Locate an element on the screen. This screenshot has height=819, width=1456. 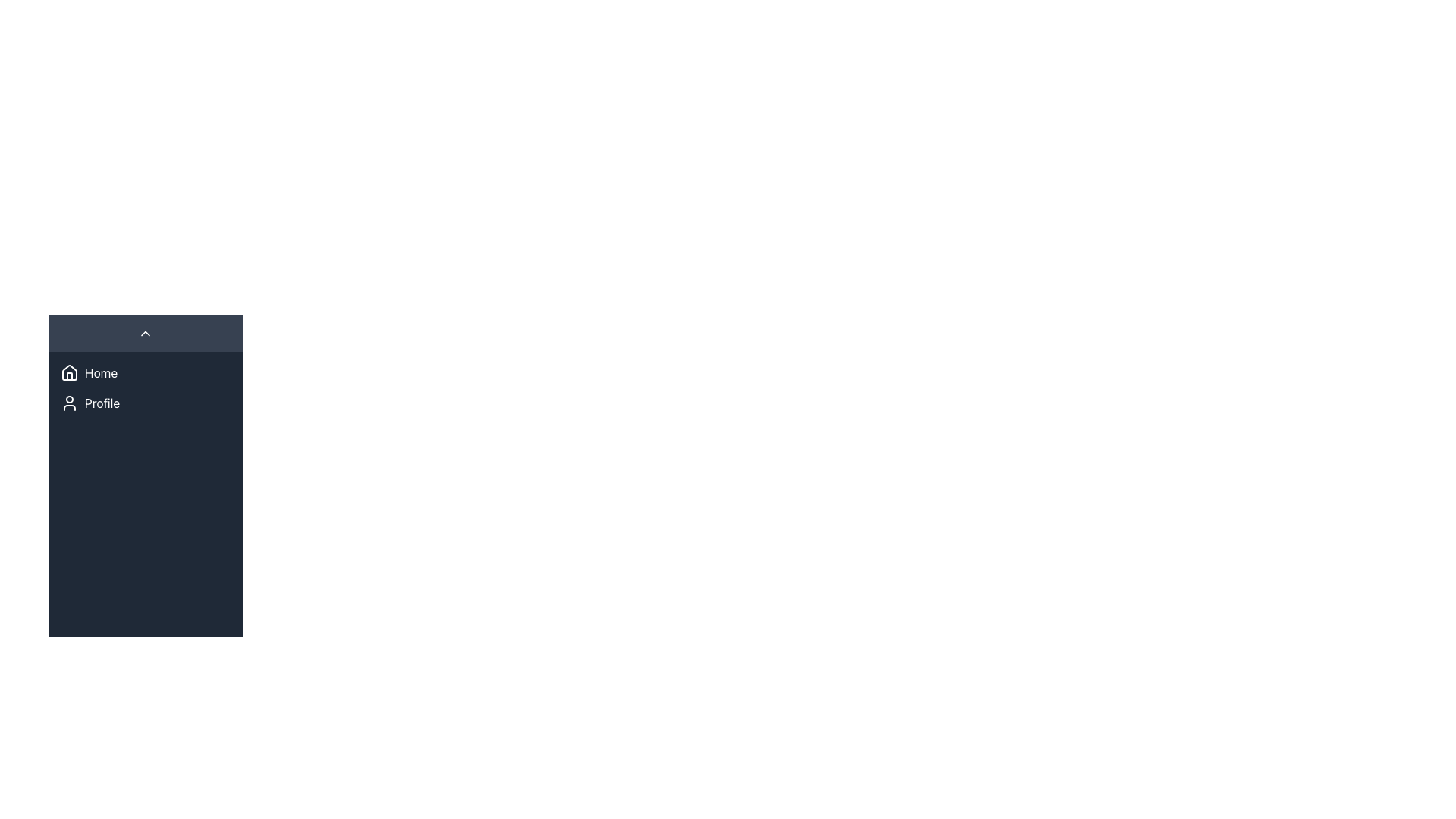
the 'Home' navigation label, which is positioned to the right of the house icon in the left navigation menu is located at coordinates (100, 373).